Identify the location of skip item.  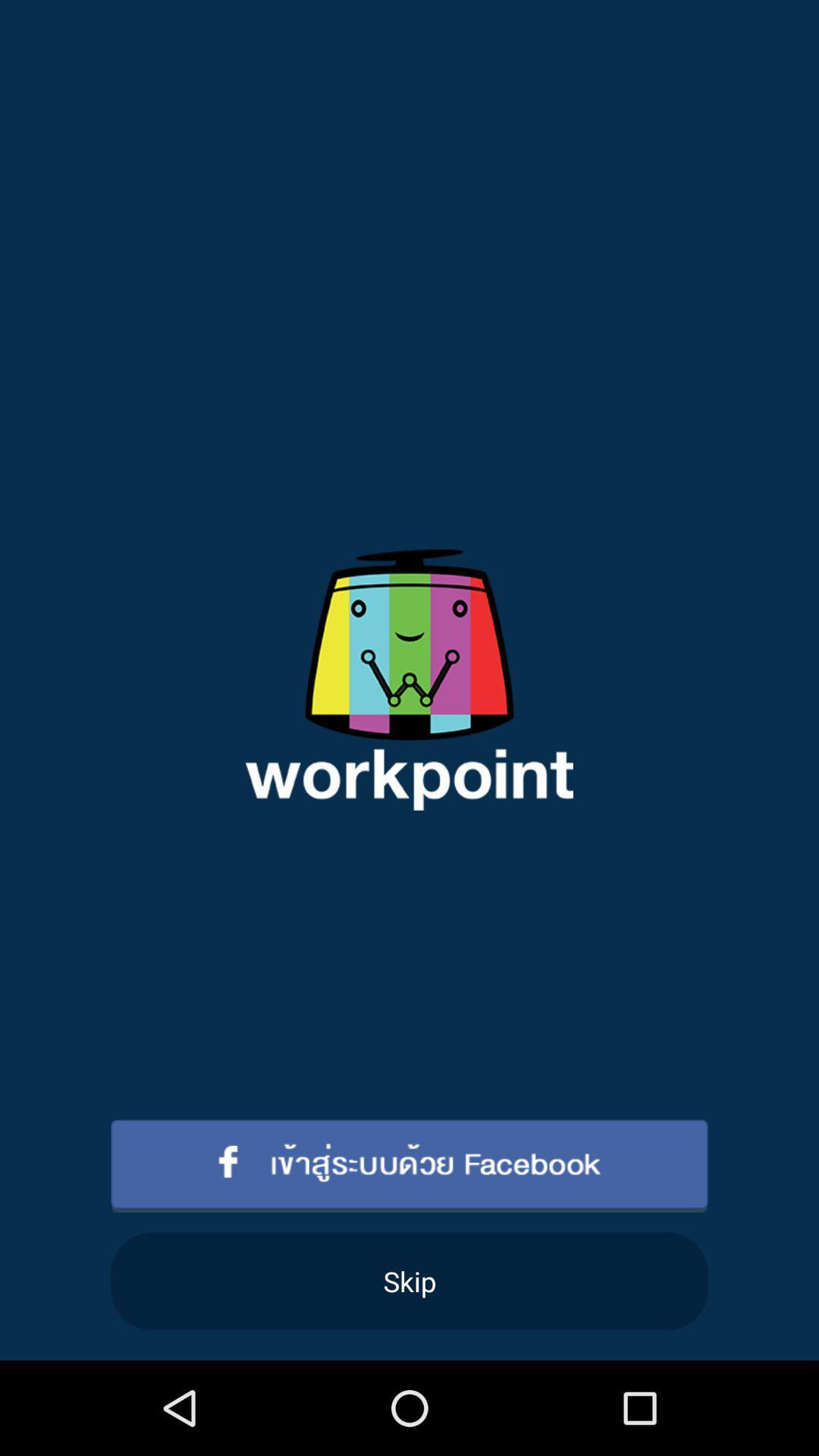
(409, 1280).